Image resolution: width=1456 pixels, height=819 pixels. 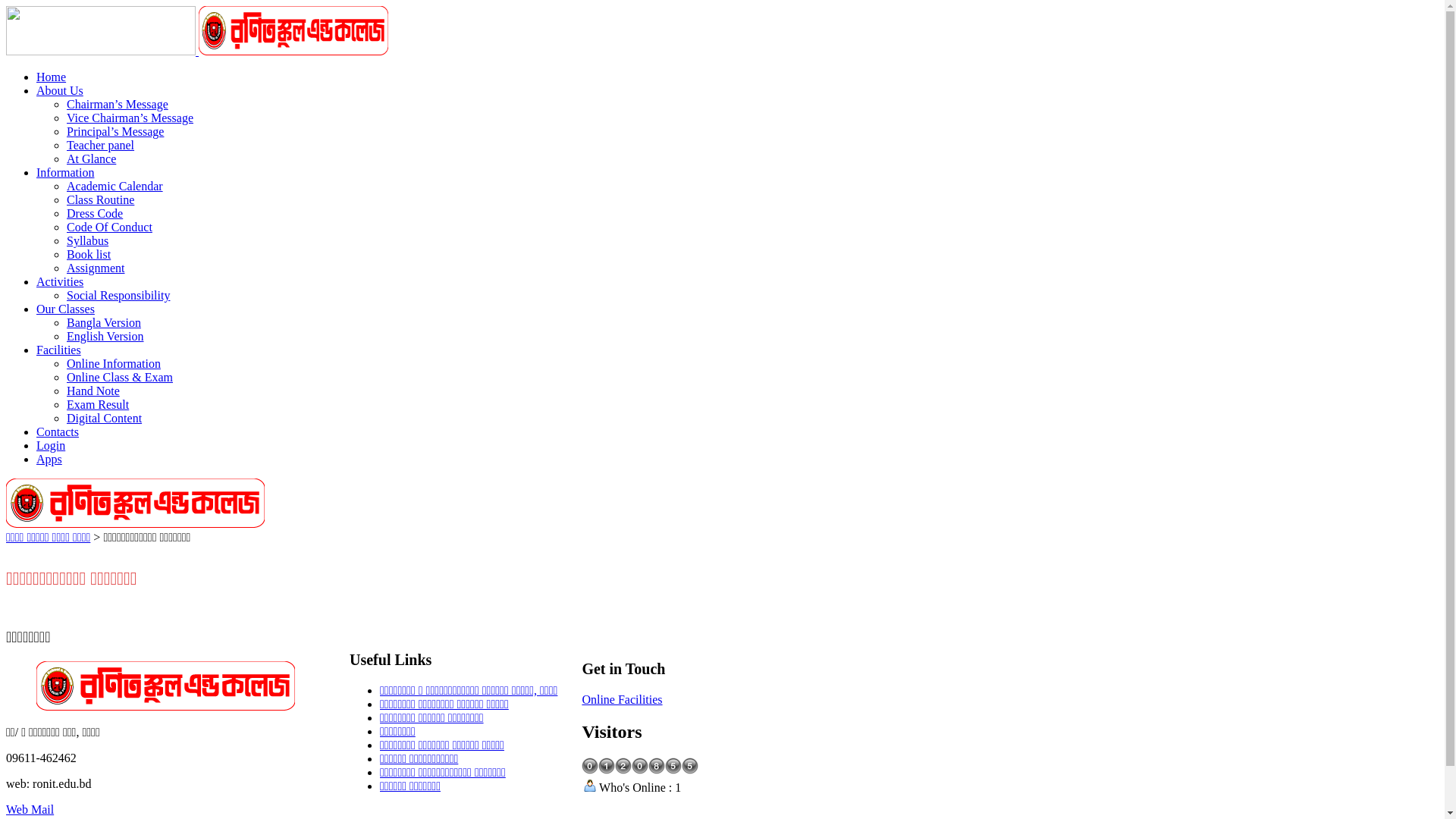 What do you see at coordinates (114, 185) in the screenshot?
I see `'Academic Calendar'` at bounding box center [114, 185].